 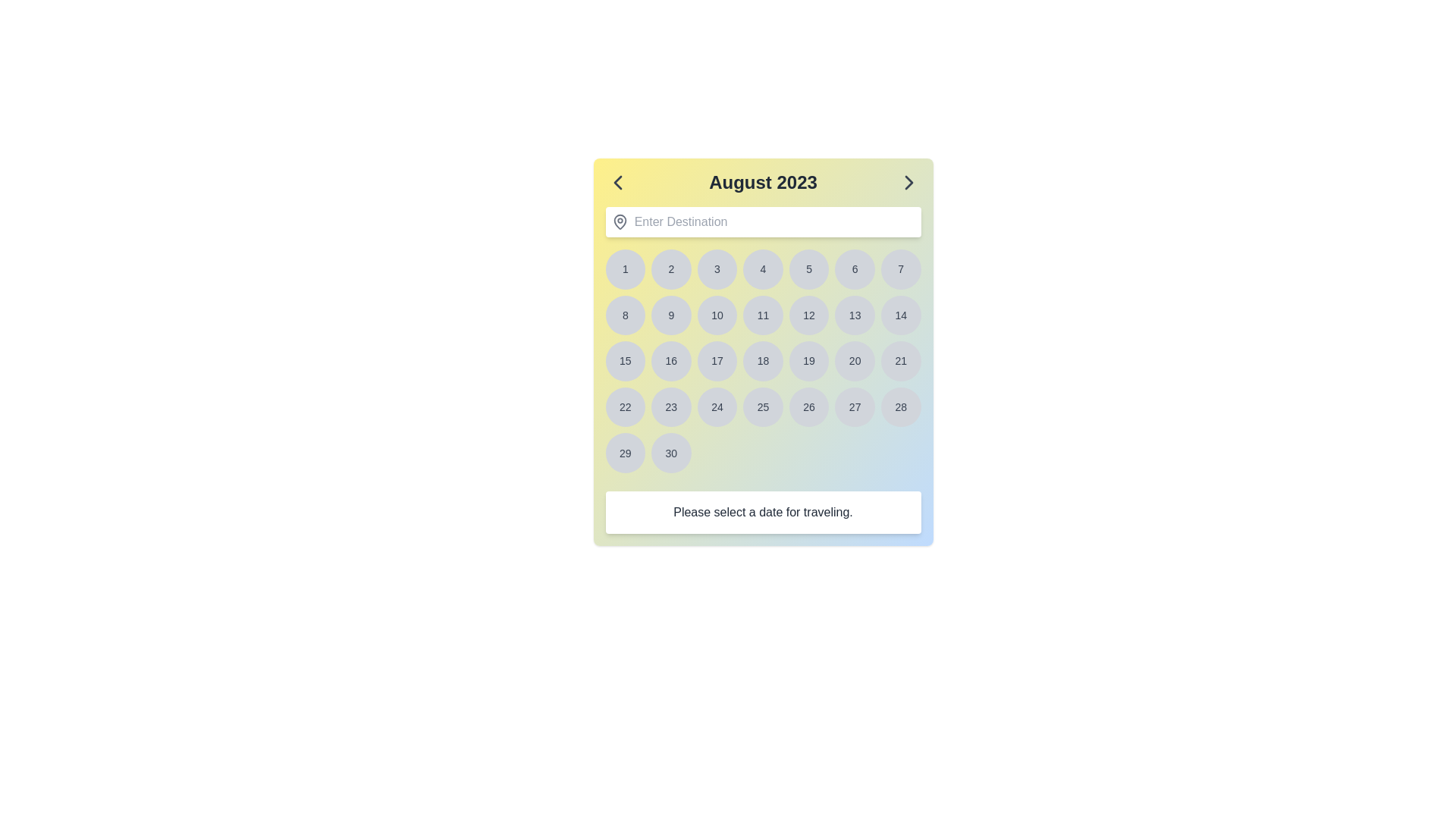 I want to click on the selectable day button located in the third column of the first row of the calendar interface, so click(x=716, y=268).